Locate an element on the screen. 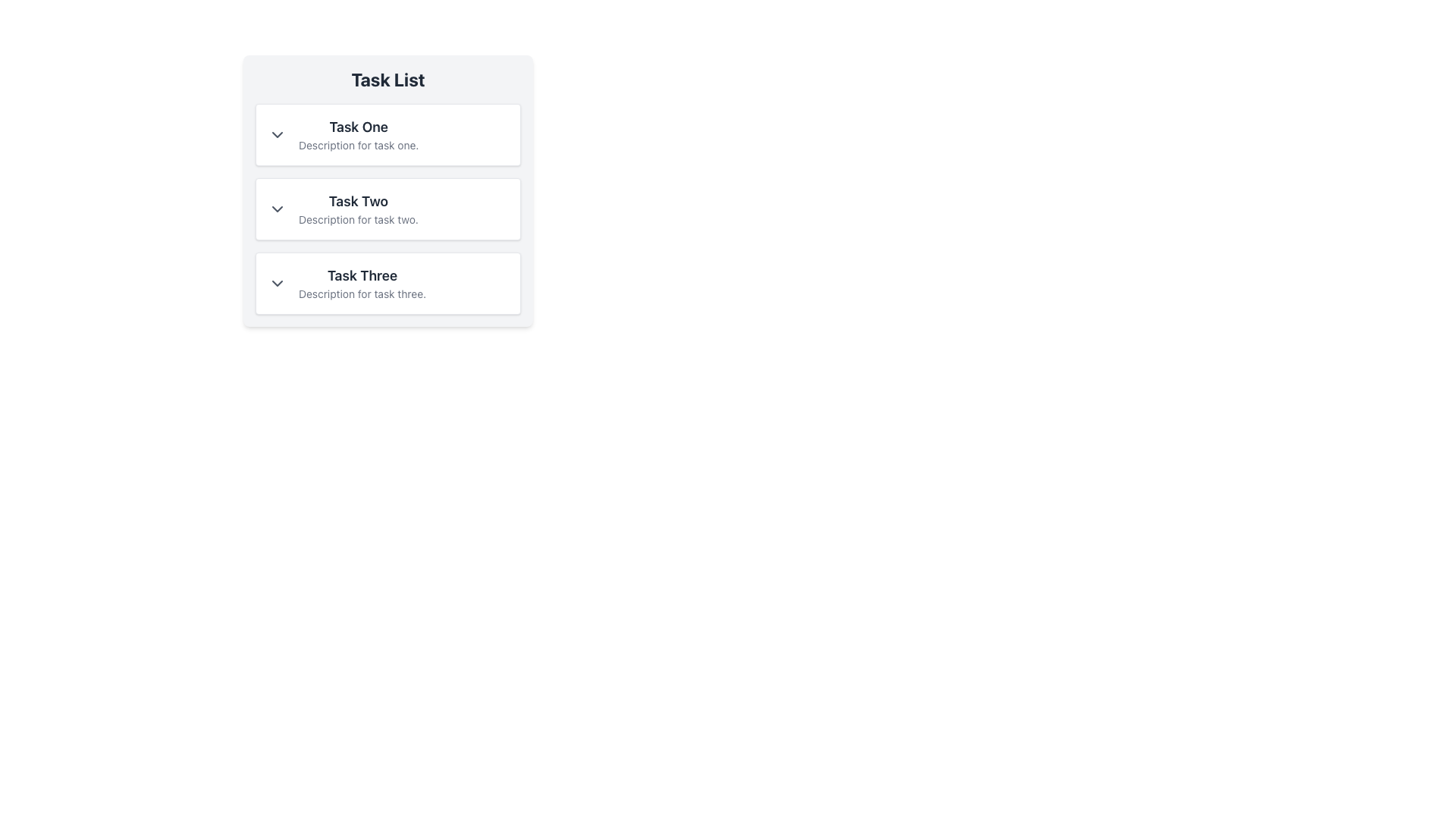 This screenshot has height=819, width=1456. the text label providing additional details related to 'Task Two', located beneath the 'Task Two' header in the second card of the 'Task List' is located at coordinates (357, 219).